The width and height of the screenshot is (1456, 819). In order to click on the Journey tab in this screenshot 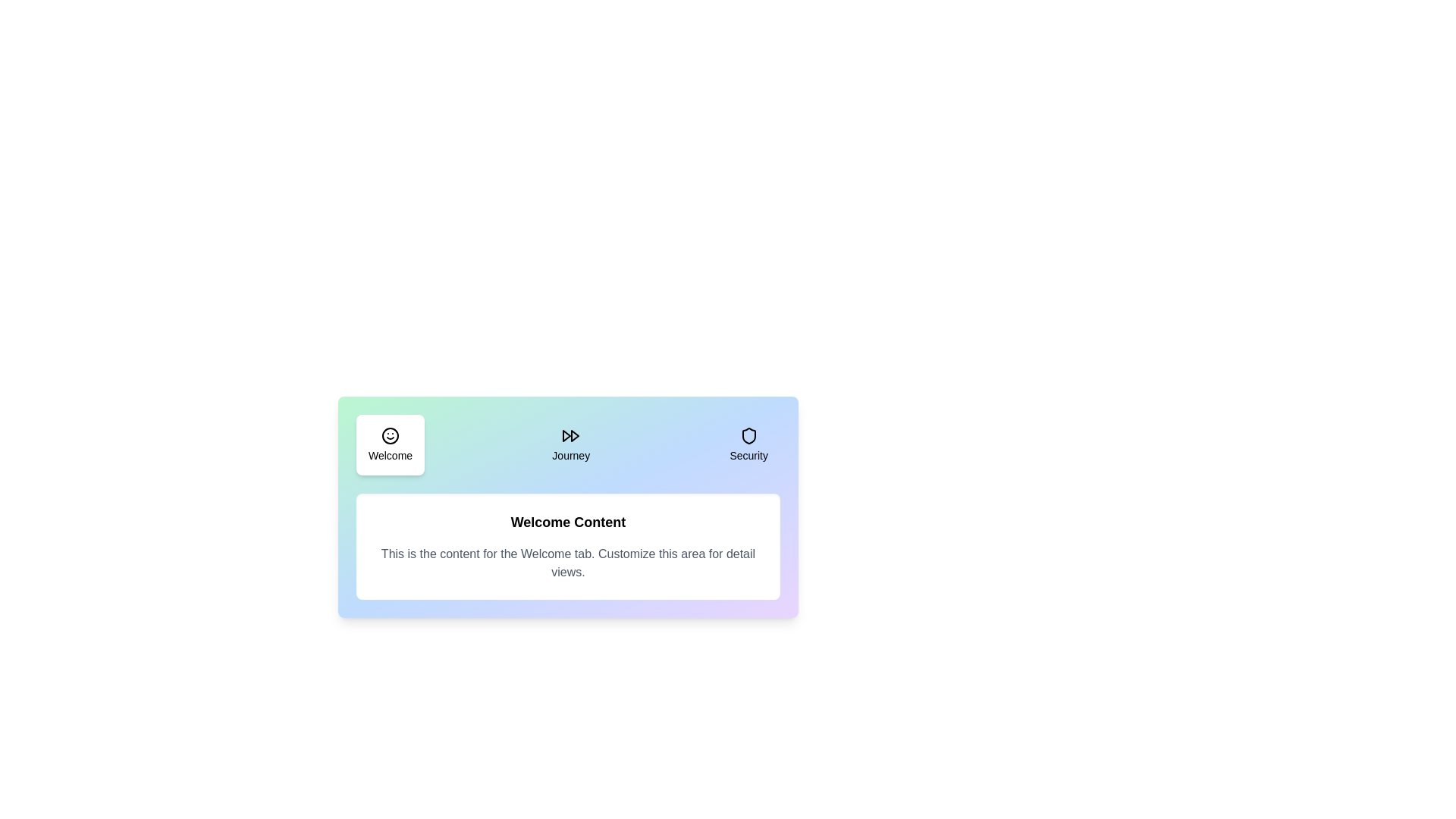, I will do `click(570, 444)`.